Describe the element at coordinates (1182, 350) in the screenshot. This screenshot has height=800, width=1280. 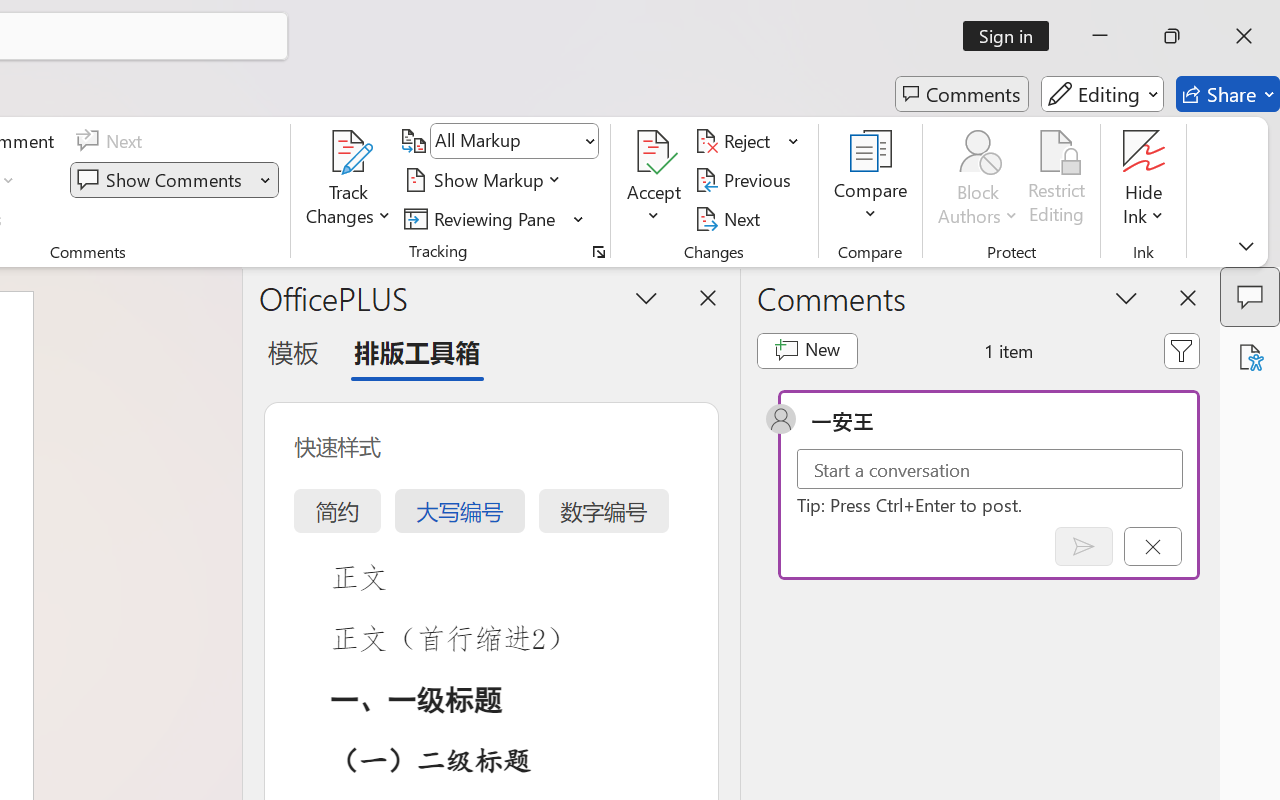
I see `'Filter'` at that location.